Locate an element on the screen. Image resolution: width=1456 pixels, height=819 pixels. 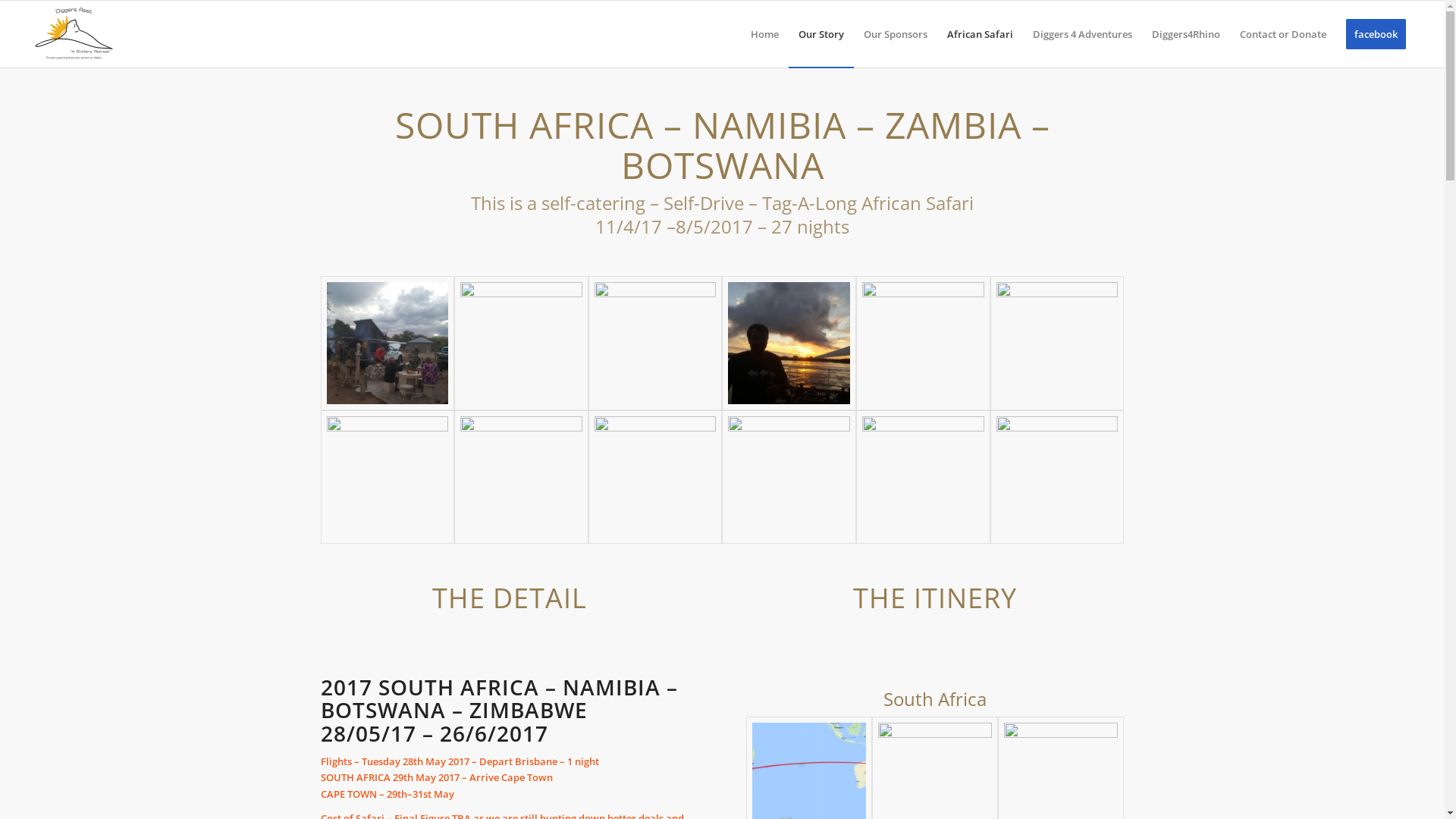
'African Safari' is located at coordinates (980, 34).